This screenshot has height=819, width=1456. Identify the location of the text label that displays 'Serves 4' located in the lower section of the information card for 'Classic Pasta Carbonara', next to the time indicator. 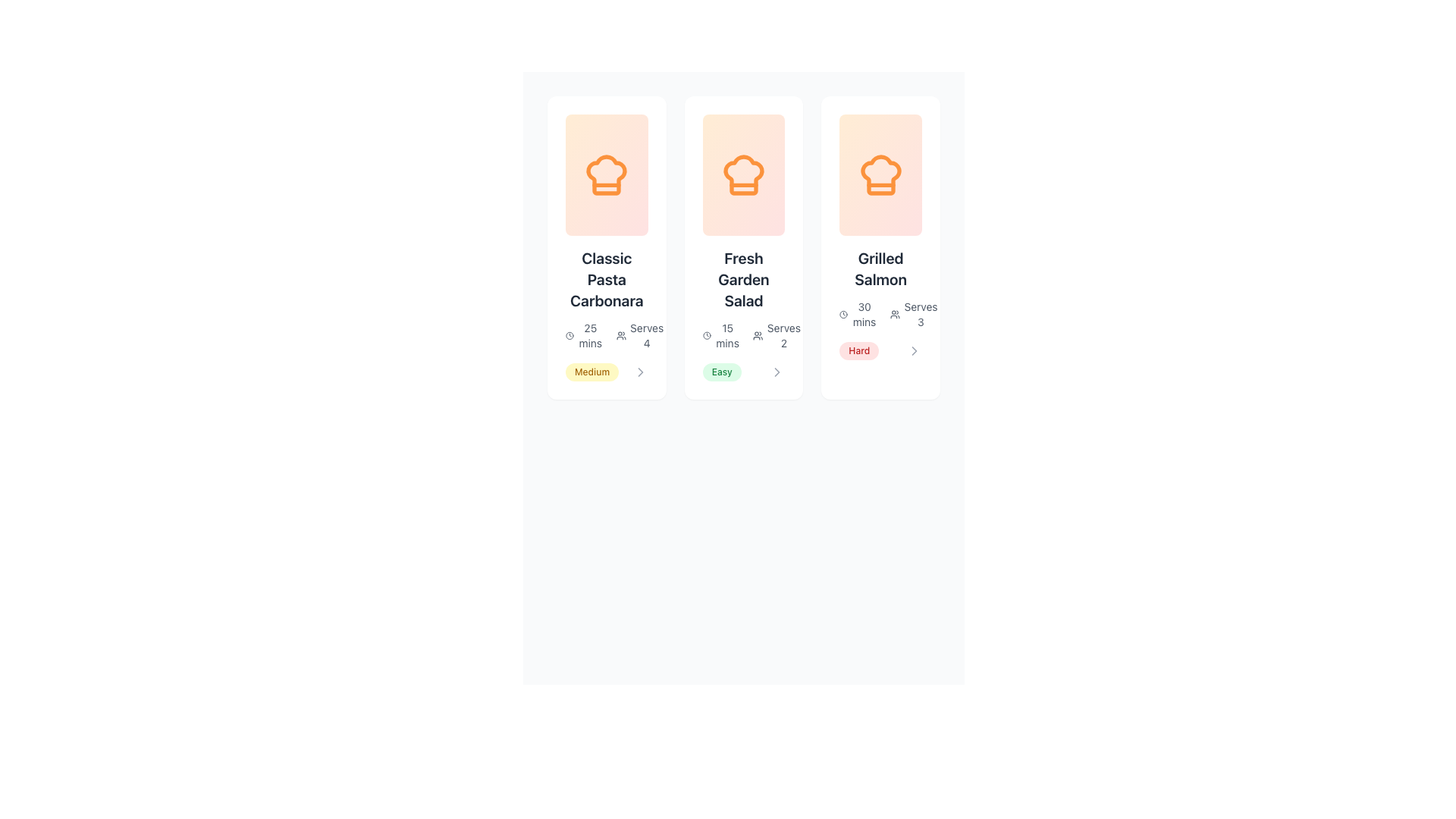
(647, 335).